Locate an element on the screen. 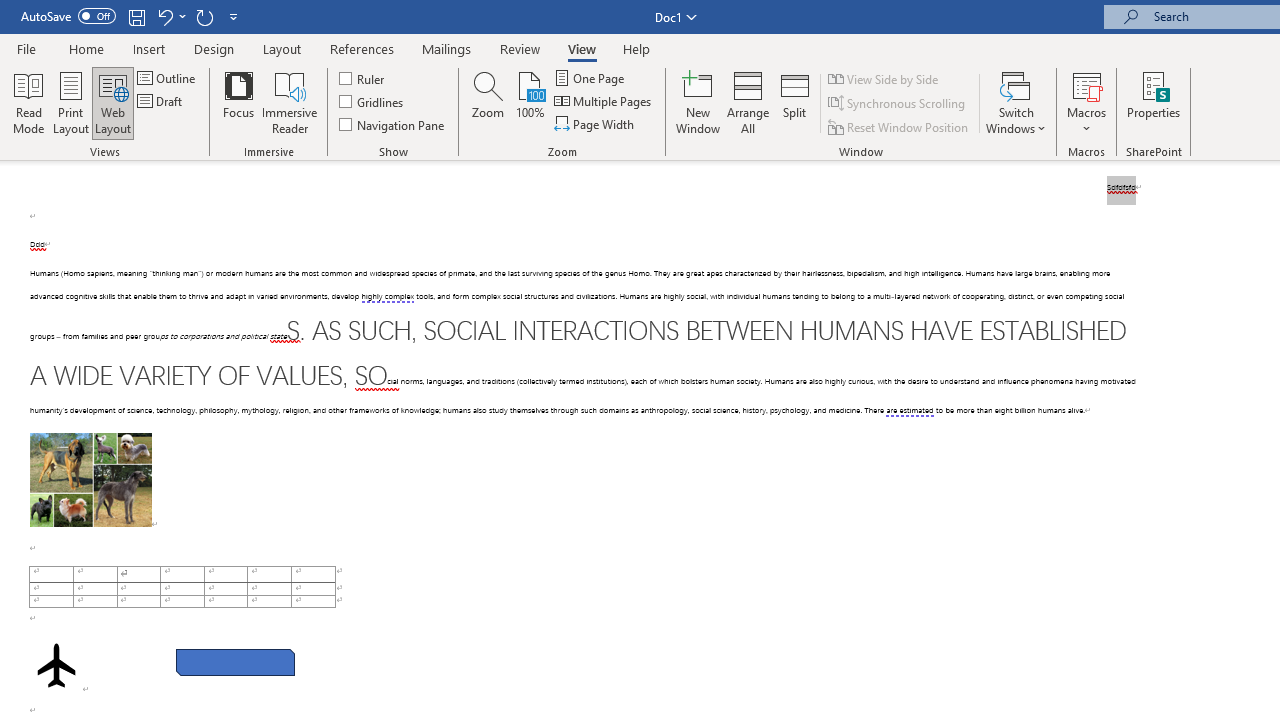  'Airplane with solid fill' is located at coordinates (56, 665).